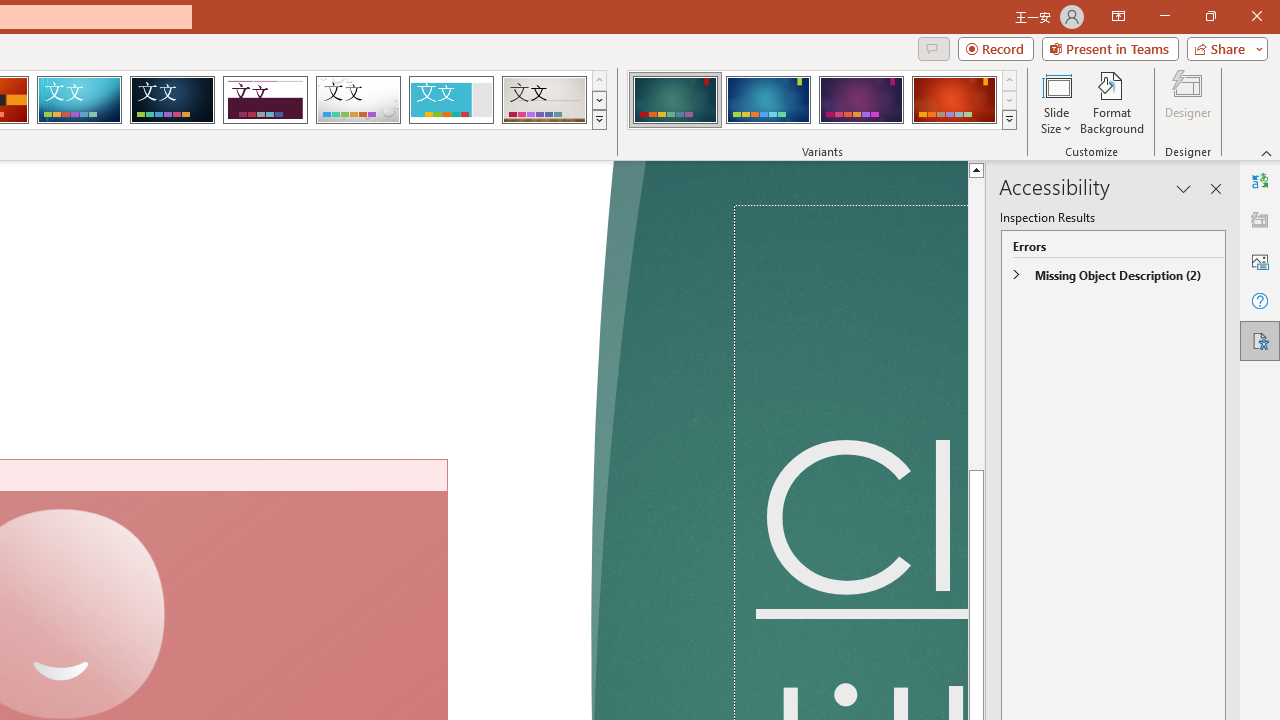 The image size is (1280, 720). Describe the element at coordinates (544, 100) in the screenshot. I see `'Gallery'` at that location.